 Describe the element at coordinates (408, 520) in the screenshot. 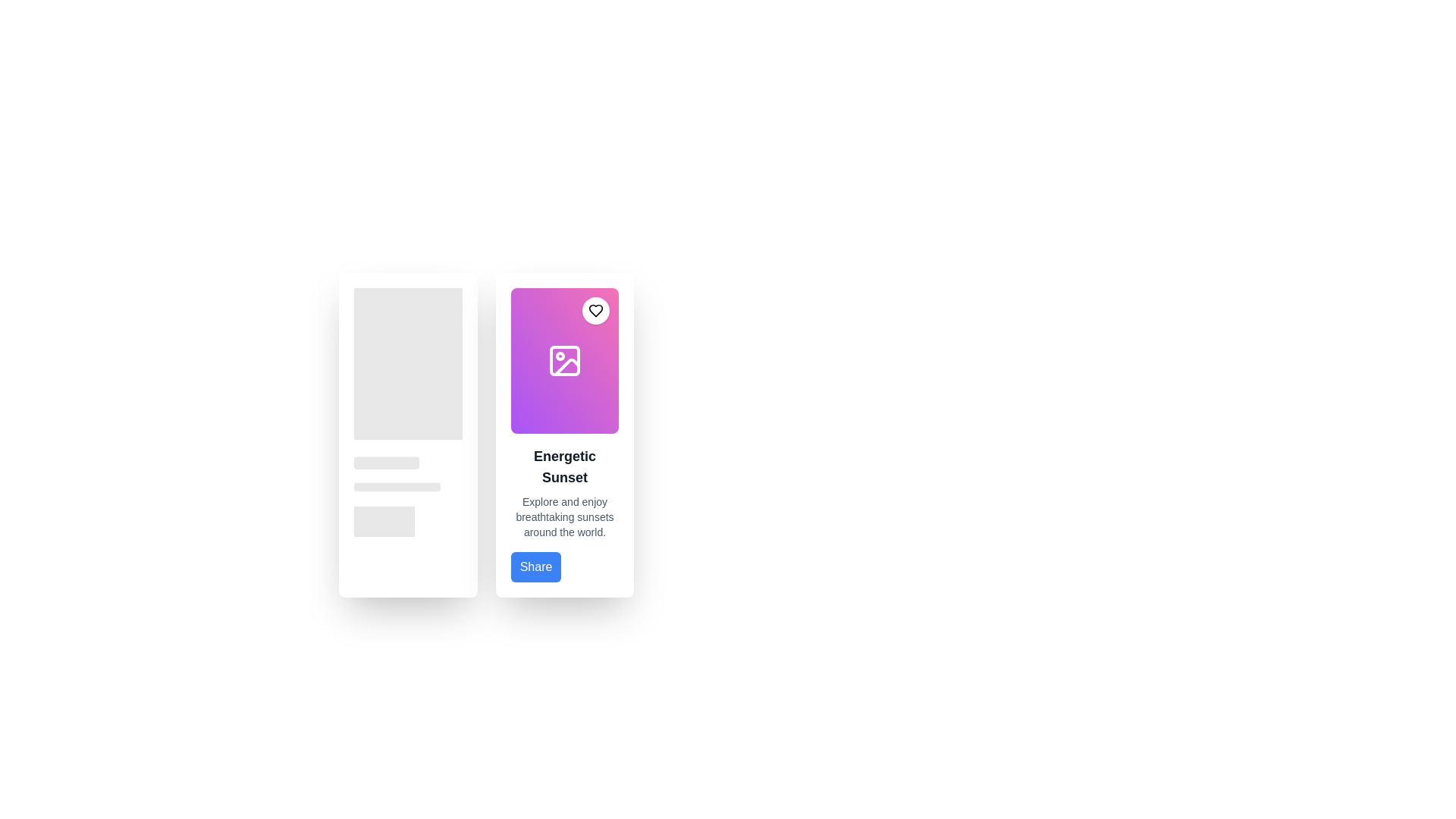

I see `the skeleton loader placeholder component located at the bottom center of the left card, which represents a UI component that will be displayed once fully loaded` at that location.